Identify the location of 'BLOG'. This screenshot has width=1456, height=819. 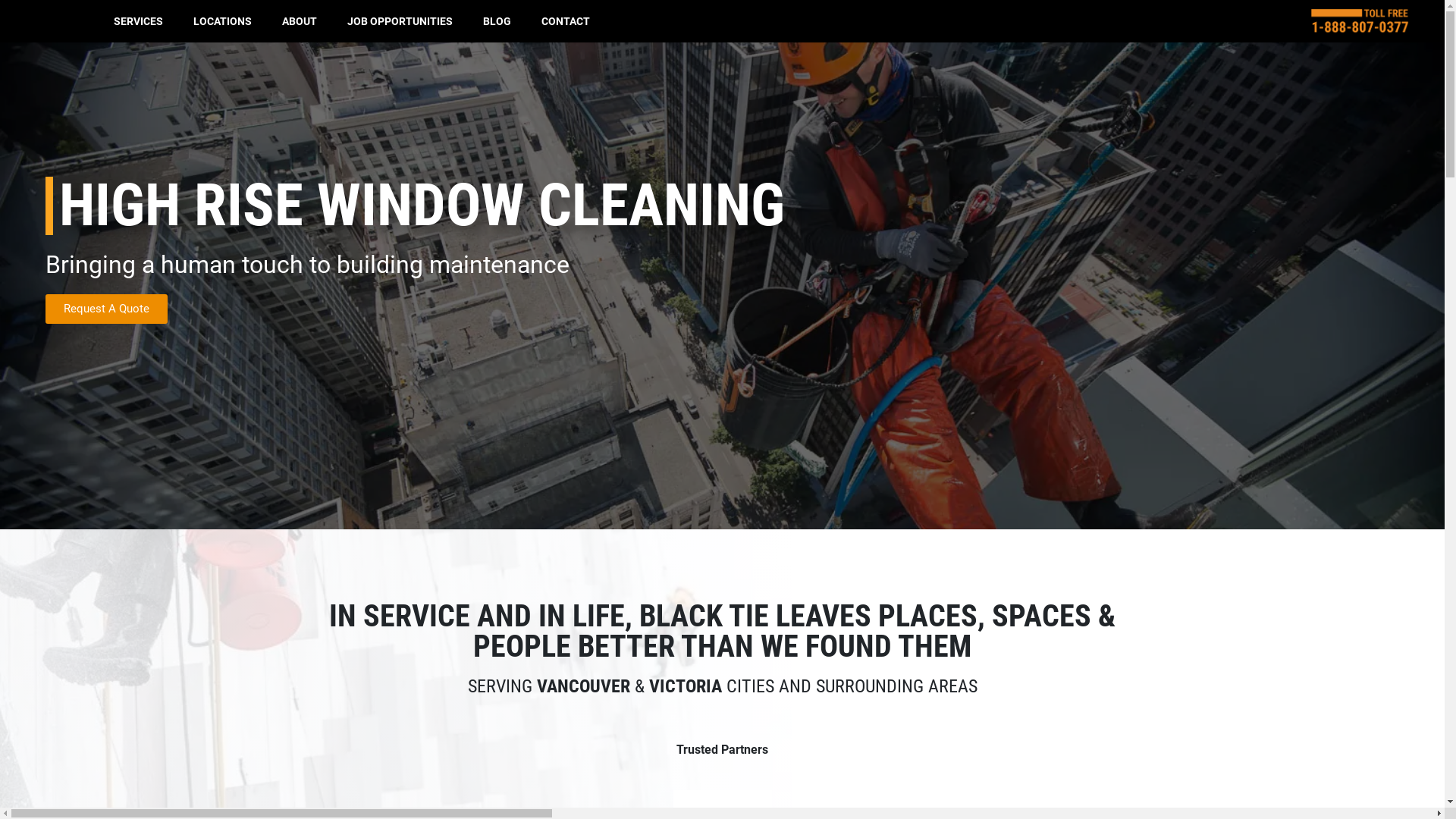
(497, 20).